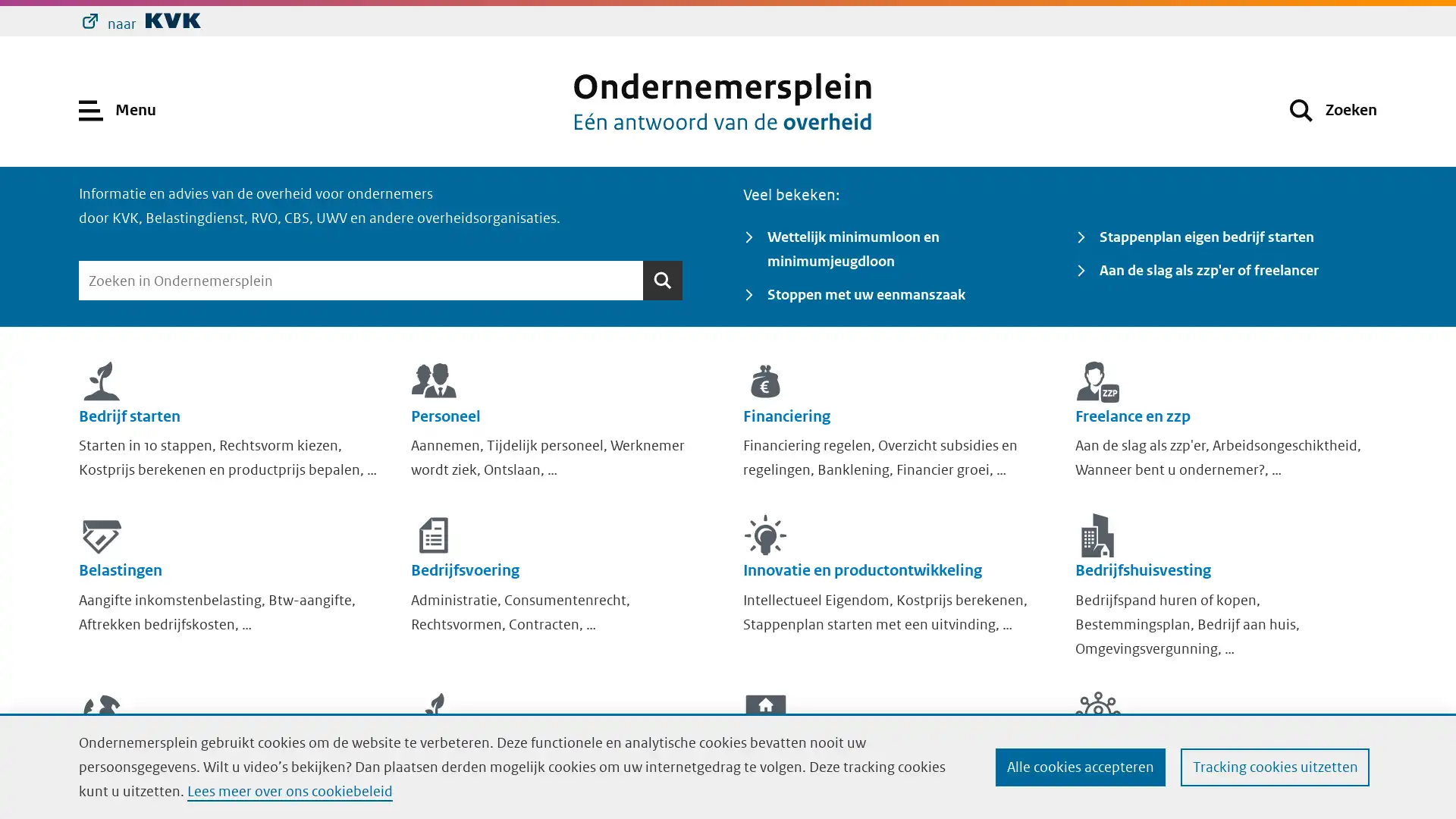 The width and height of the screenshot is (1456, 819). What do you see at coordinates (1274, 767) in the screenshot?
I see `Tracking cookies uitzetten` at bounding box center [1274, 767].